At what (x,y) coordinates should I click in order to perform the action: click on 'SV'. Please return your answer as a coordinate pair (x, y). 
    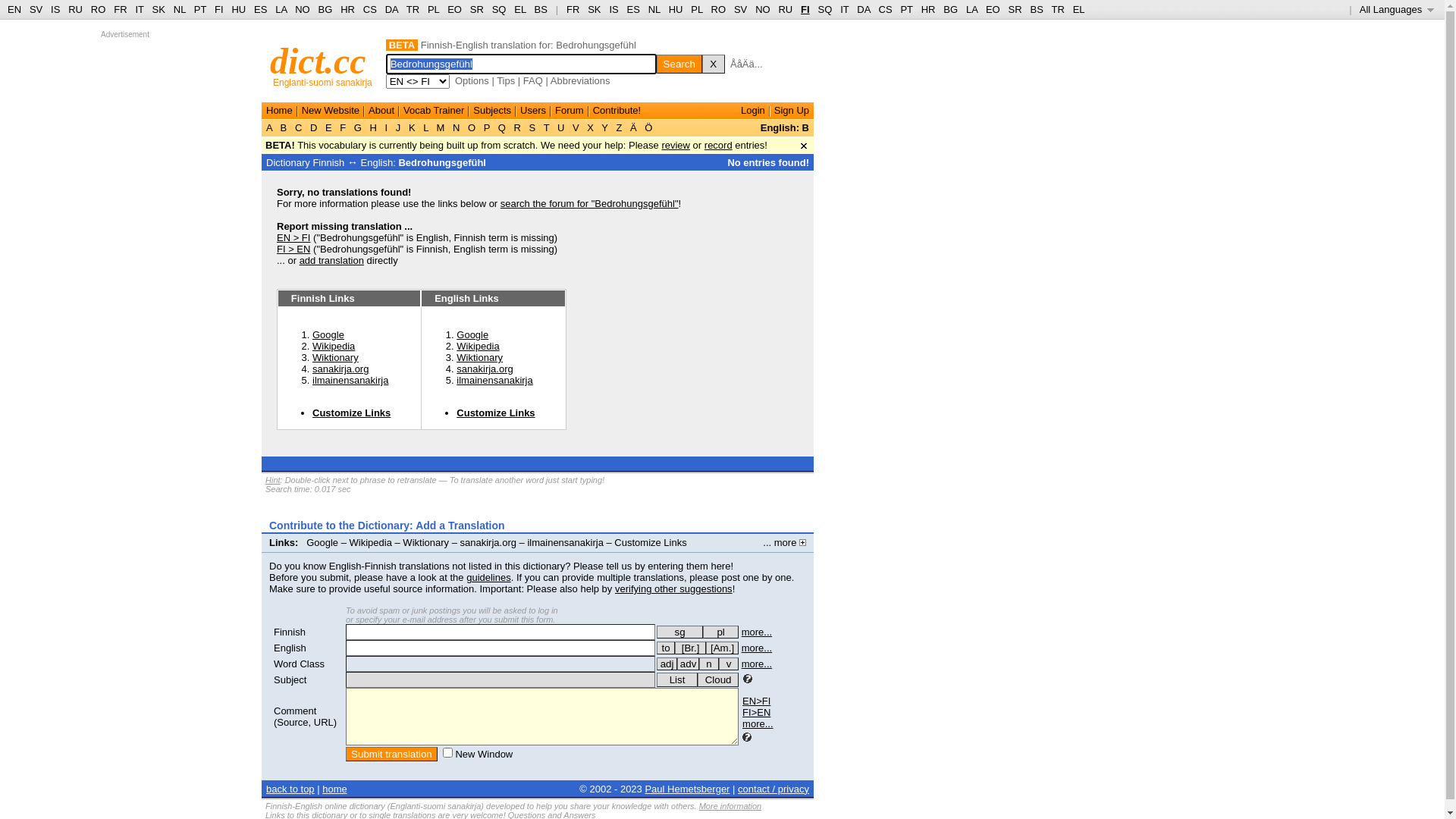
    Looking at the image, I should click on (740, 9).